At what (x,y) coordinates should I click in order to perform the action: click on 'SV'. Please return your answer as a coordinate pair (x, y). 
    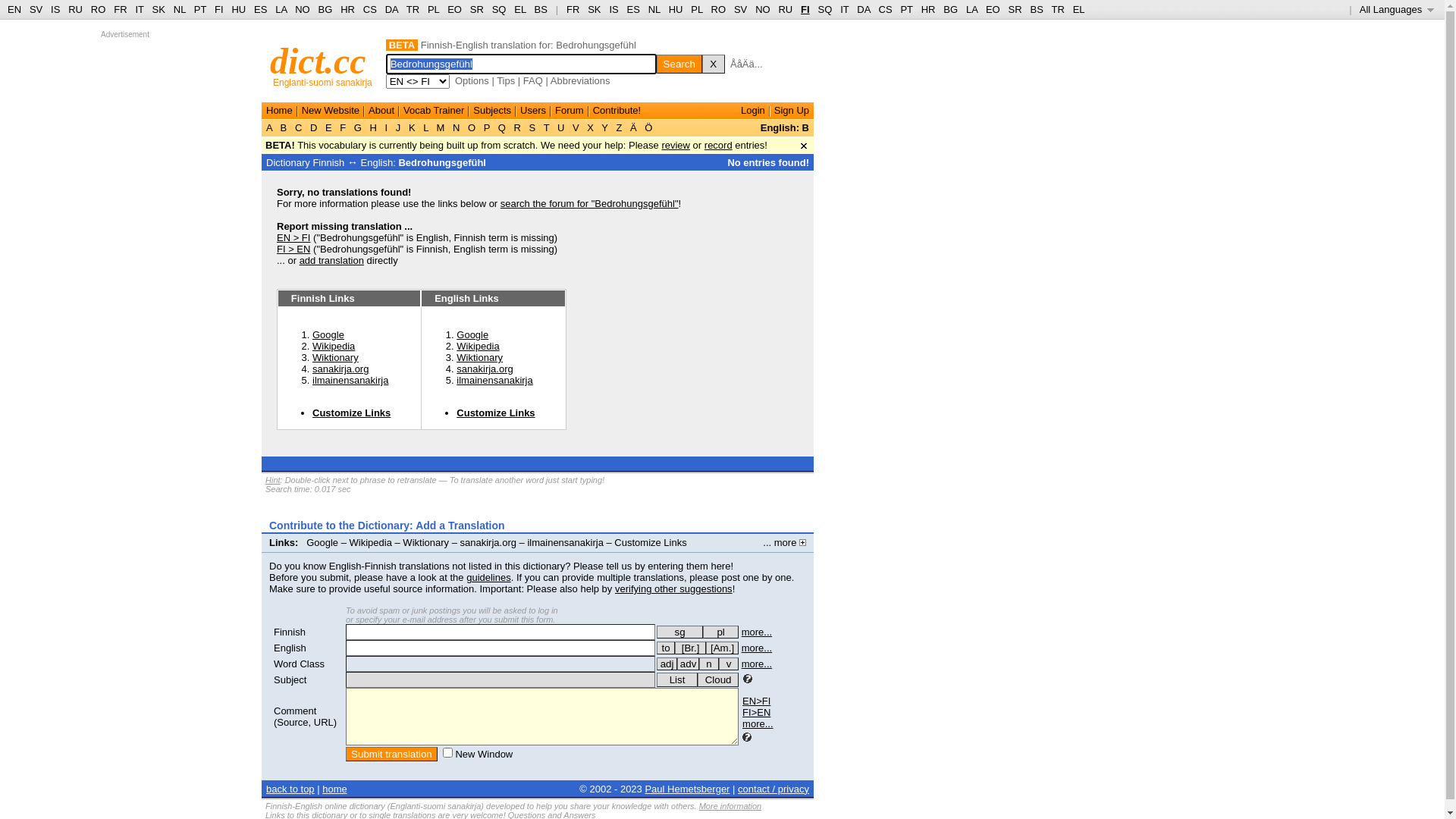
    Looking at the image, I should click on (740, 9).